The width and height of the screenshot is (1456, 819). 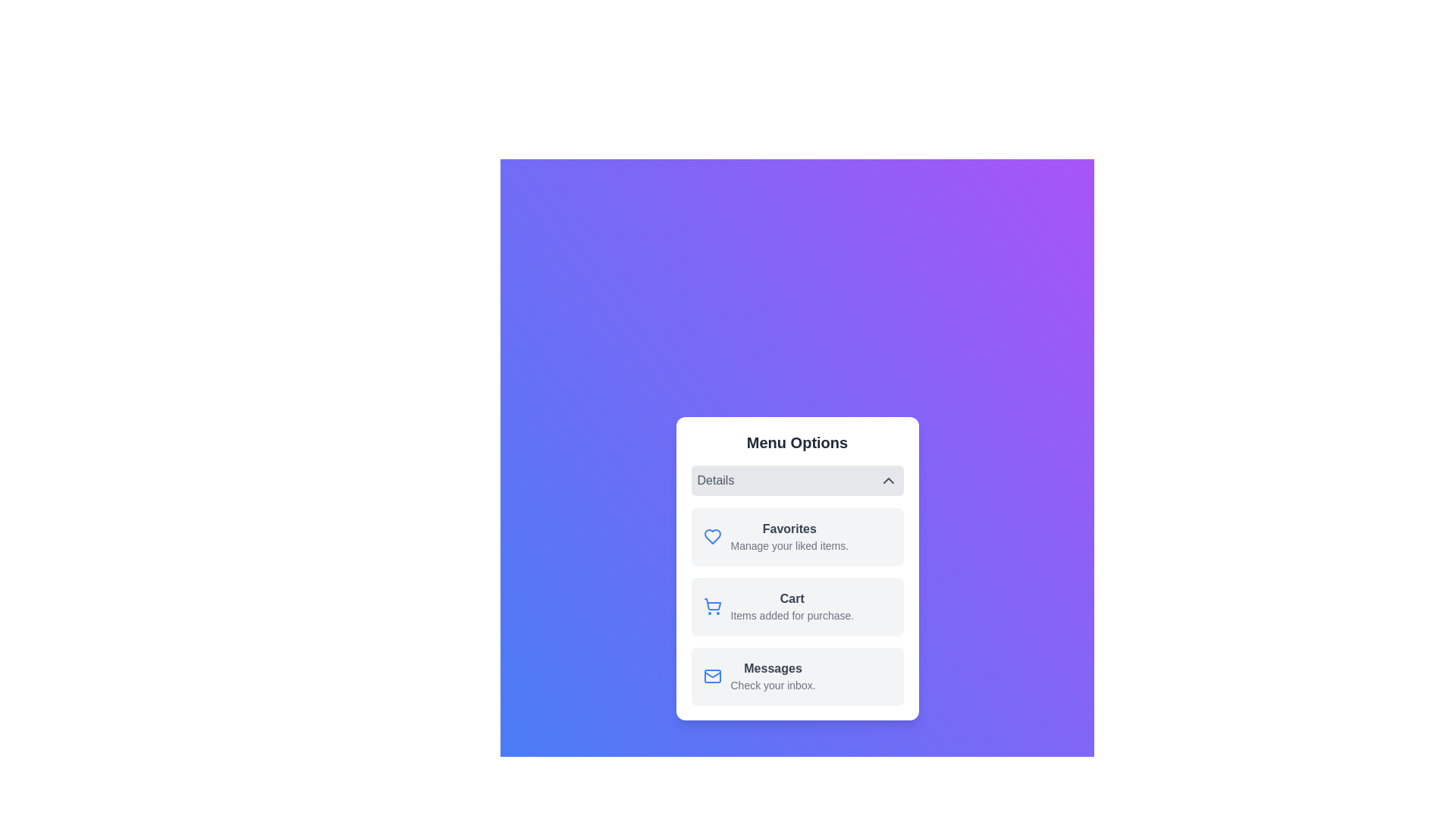 I want to click on the menu item labeled Favorites, so click(x=796, y=536).